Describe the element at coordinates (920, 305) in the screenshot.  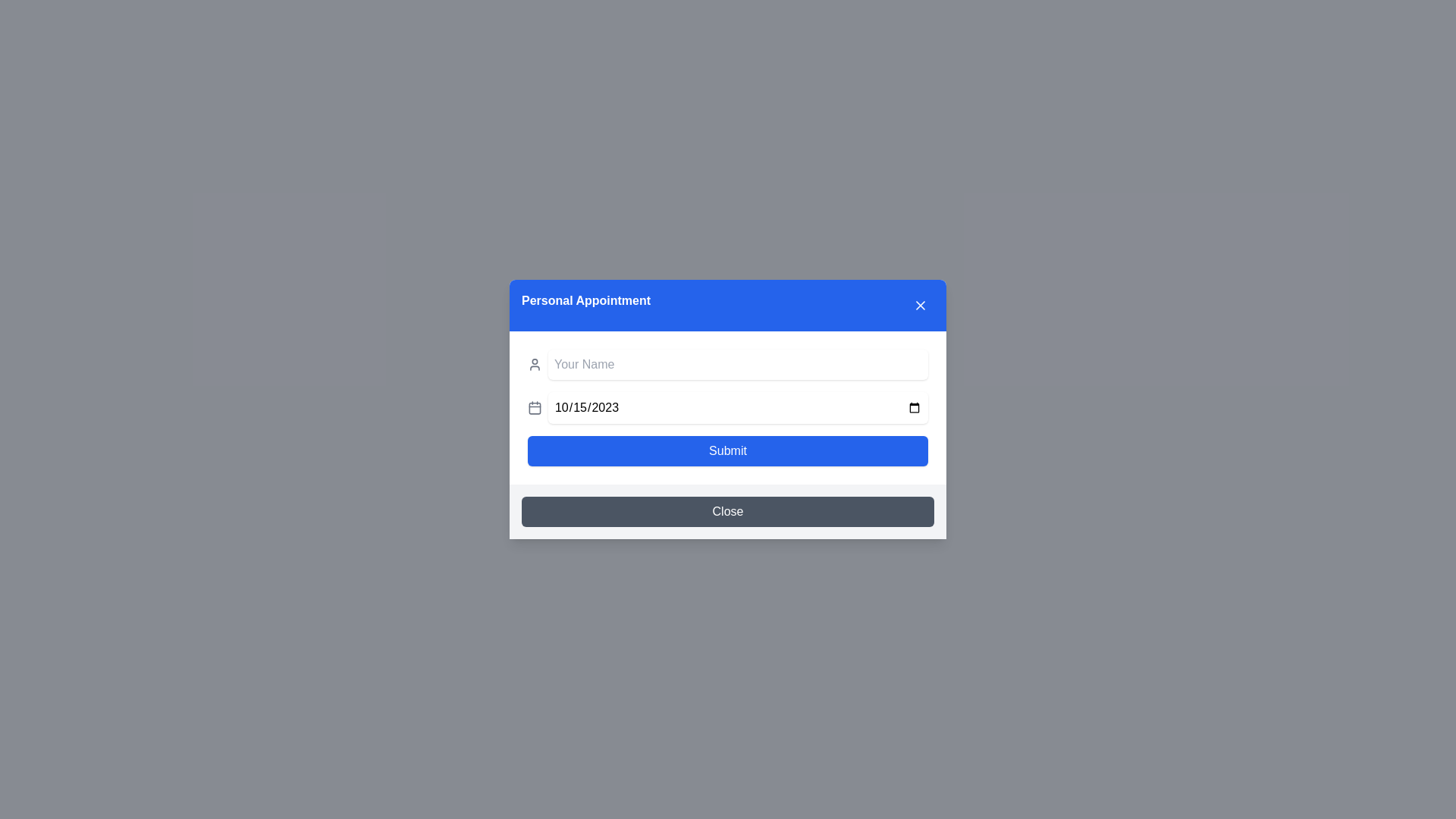
I see `the close button icon located at the top-right corner of the modal dialog box` at that location.